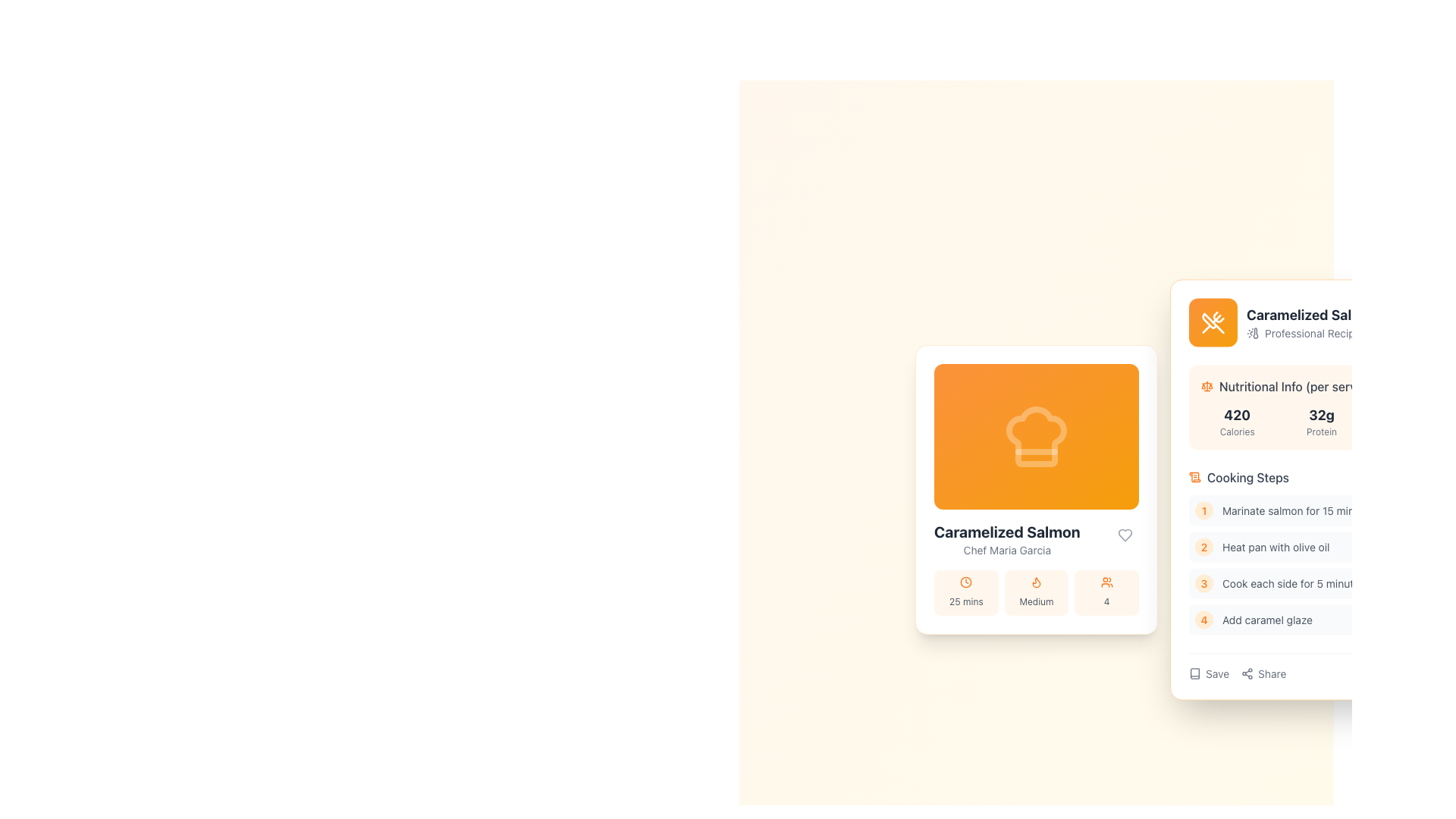  What do you see at coordinates (1036, 582) in the screenshot?
I see `the heat or flaming aspect icon located in the header area of the recipe card for 'Caramelized Salmon', positioned at the top-left of the detailed recipe information` at bounding box center [1036, 582].